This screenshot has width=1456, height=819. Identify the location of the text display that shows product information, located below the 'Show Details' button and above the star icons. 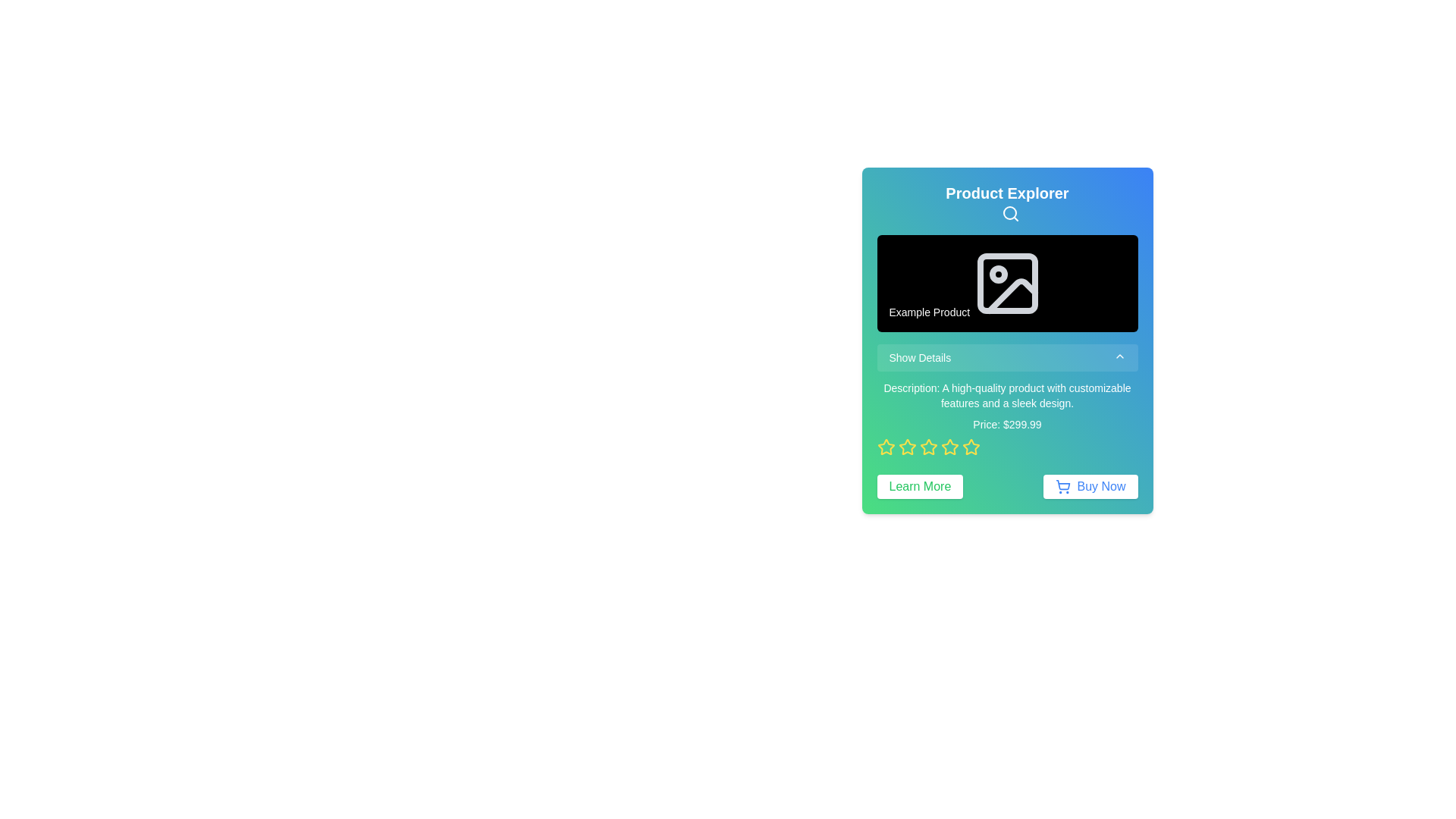
(1007, 418).